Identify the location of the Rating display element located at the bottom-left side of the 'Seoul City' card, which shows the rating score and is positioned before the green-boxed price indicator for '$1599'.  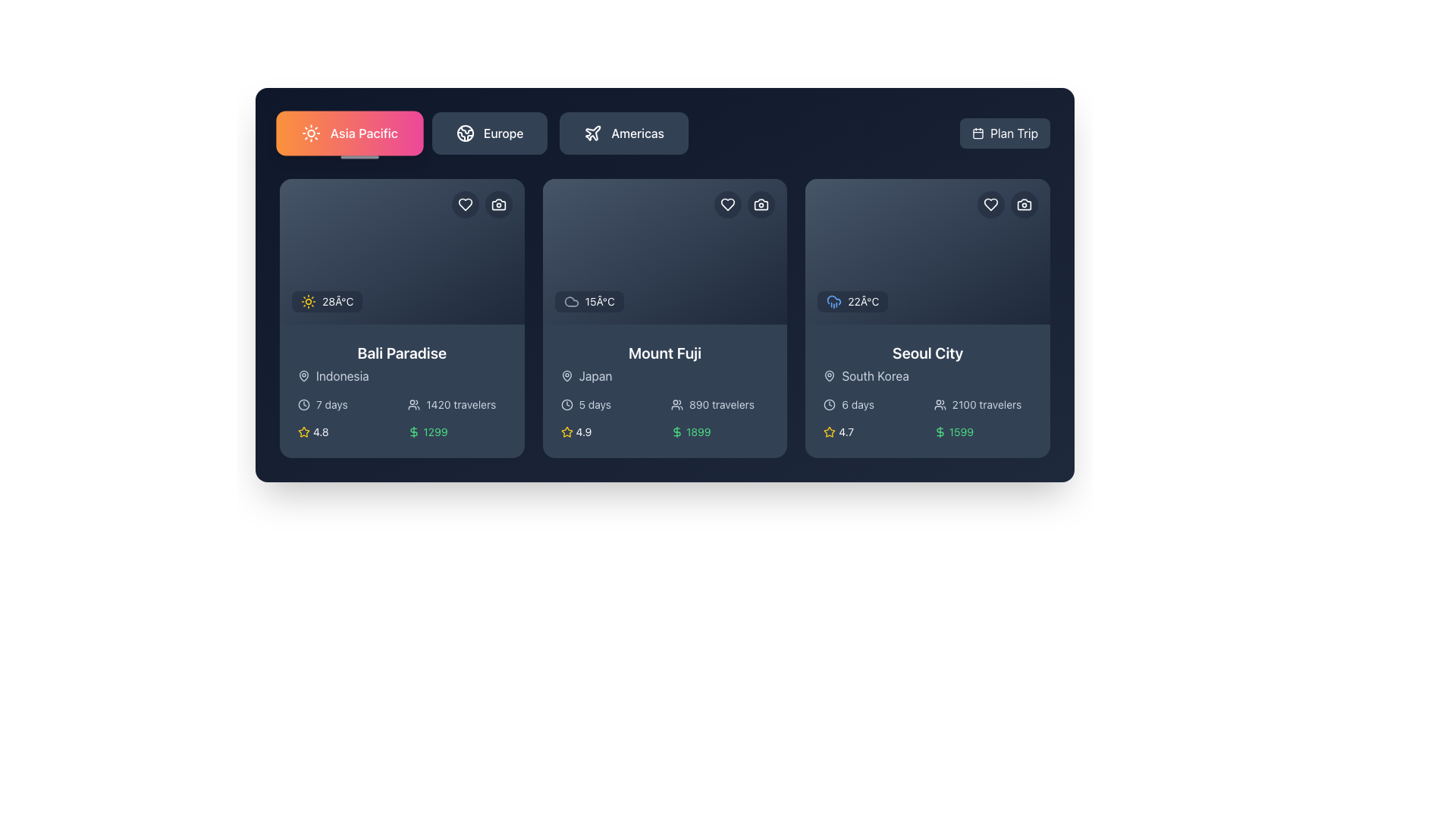
(873, 432).